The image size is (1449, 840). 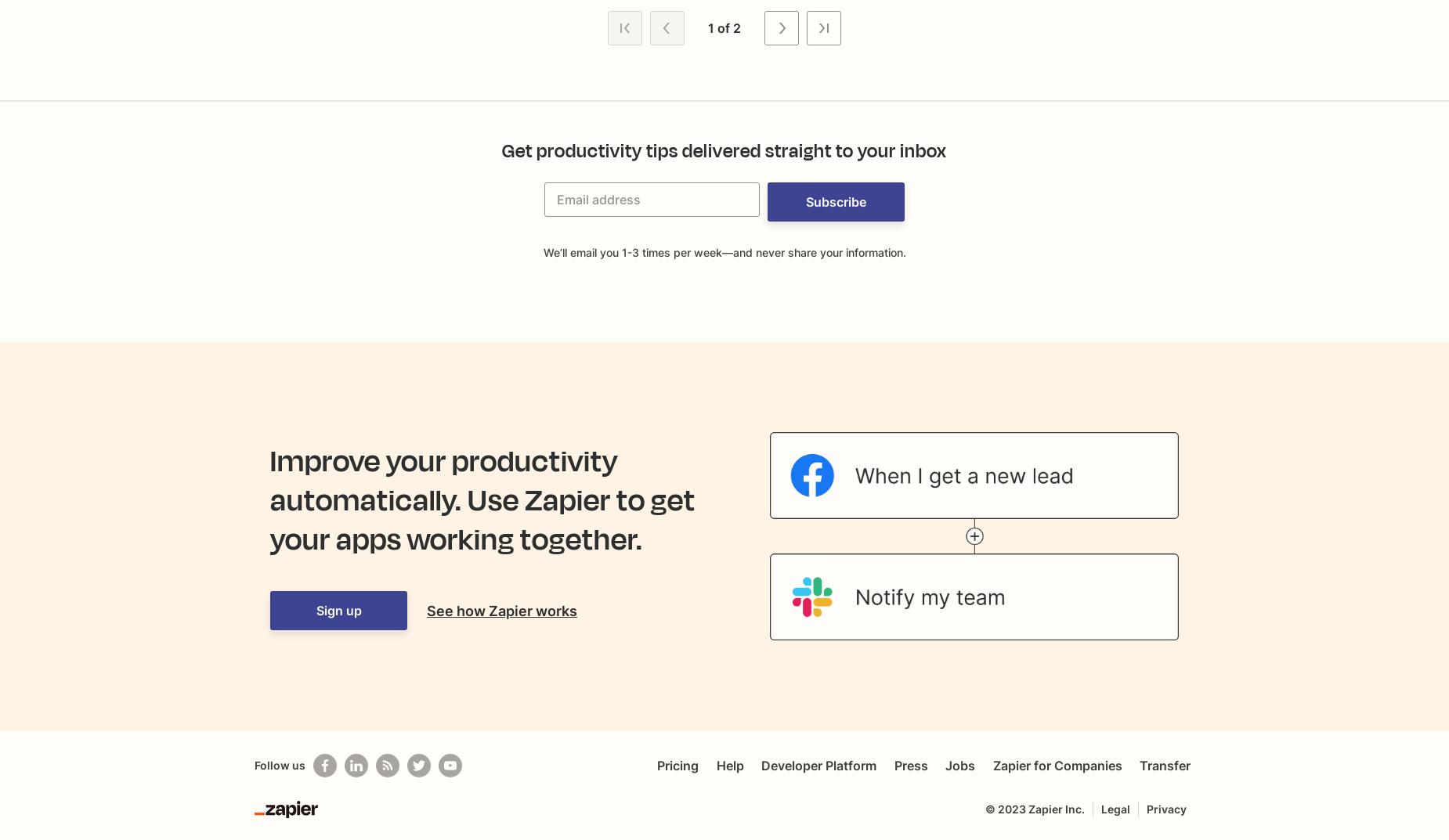 What do you see at coordinates (909, 765) in the screenshot?
I see `'Press'` at bounding box center [909, 765].